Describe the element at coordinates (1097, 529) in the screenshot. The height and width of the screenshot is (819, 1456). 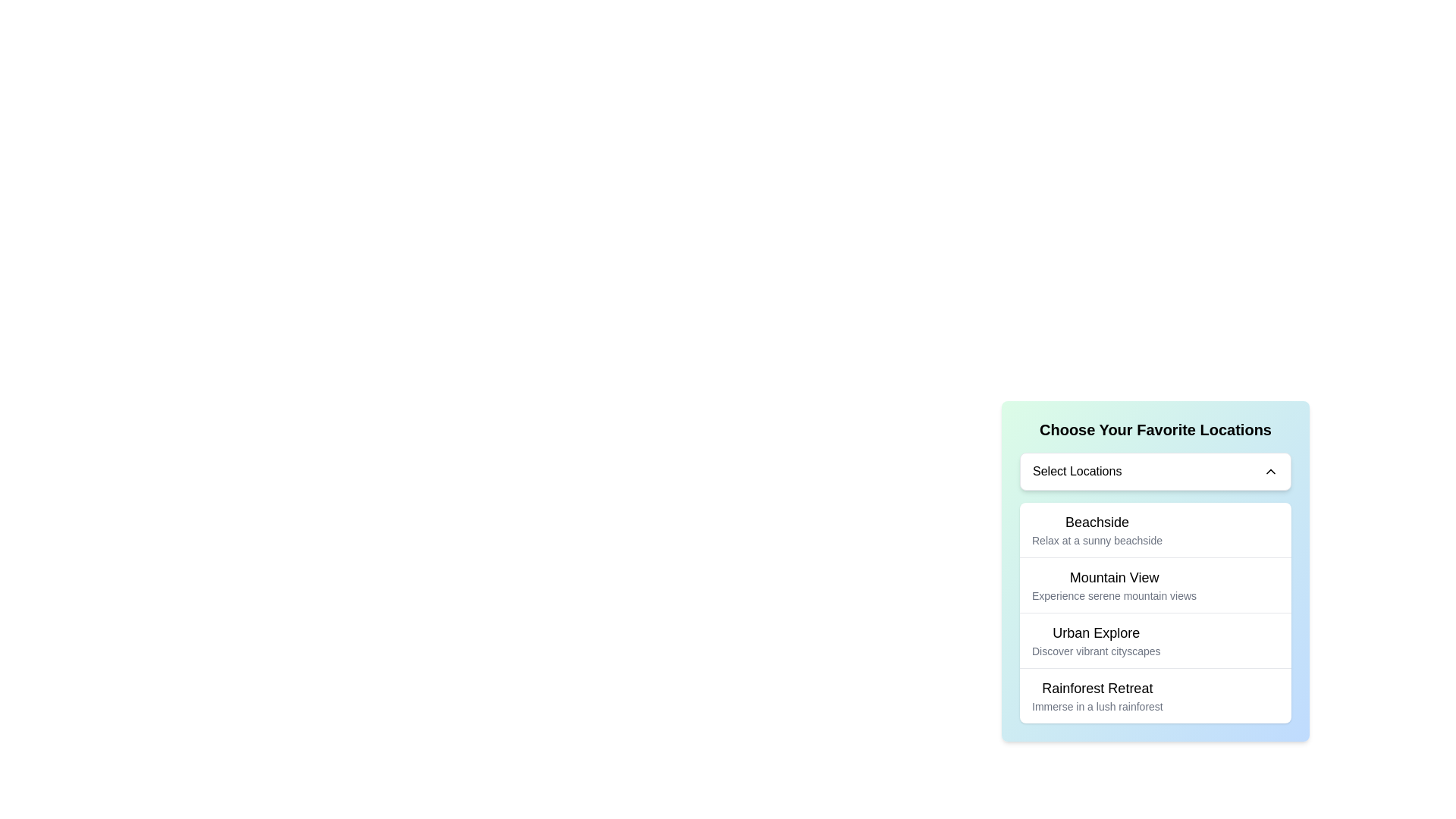
I see `the text block labeled 'Beachside'` at that location.